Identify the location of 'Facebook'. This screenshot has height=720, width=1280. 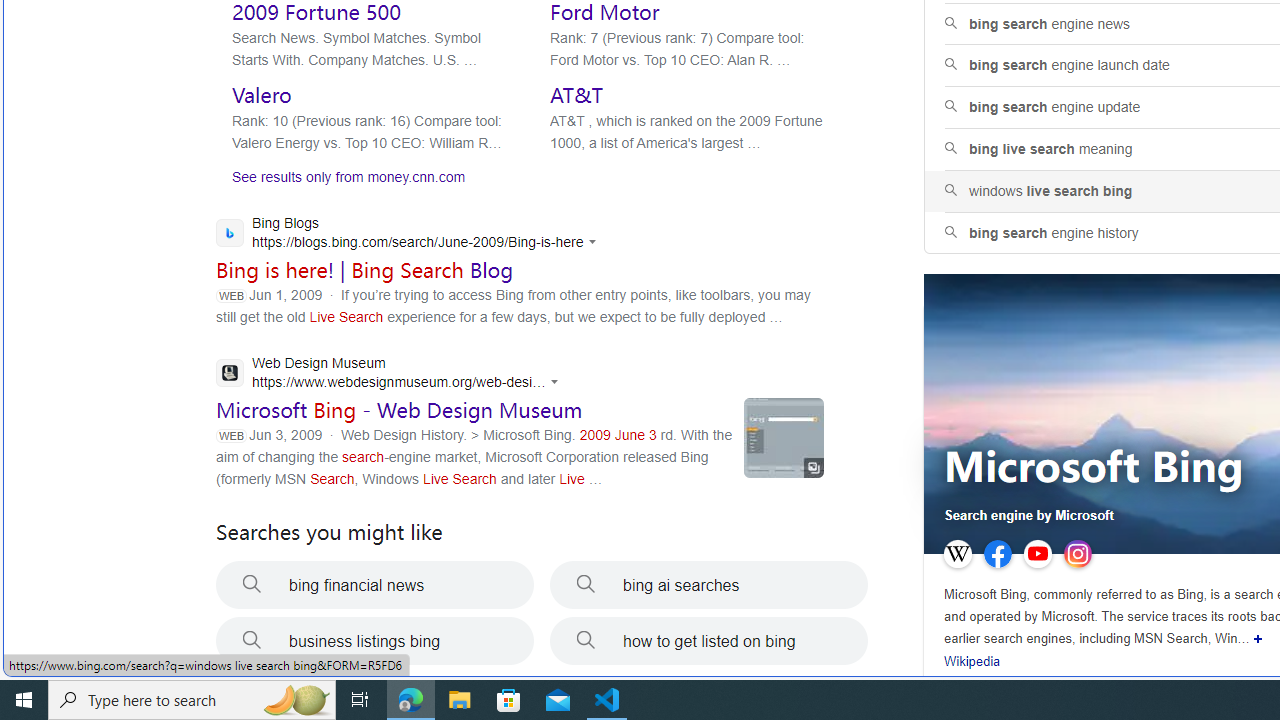
(998, 554).